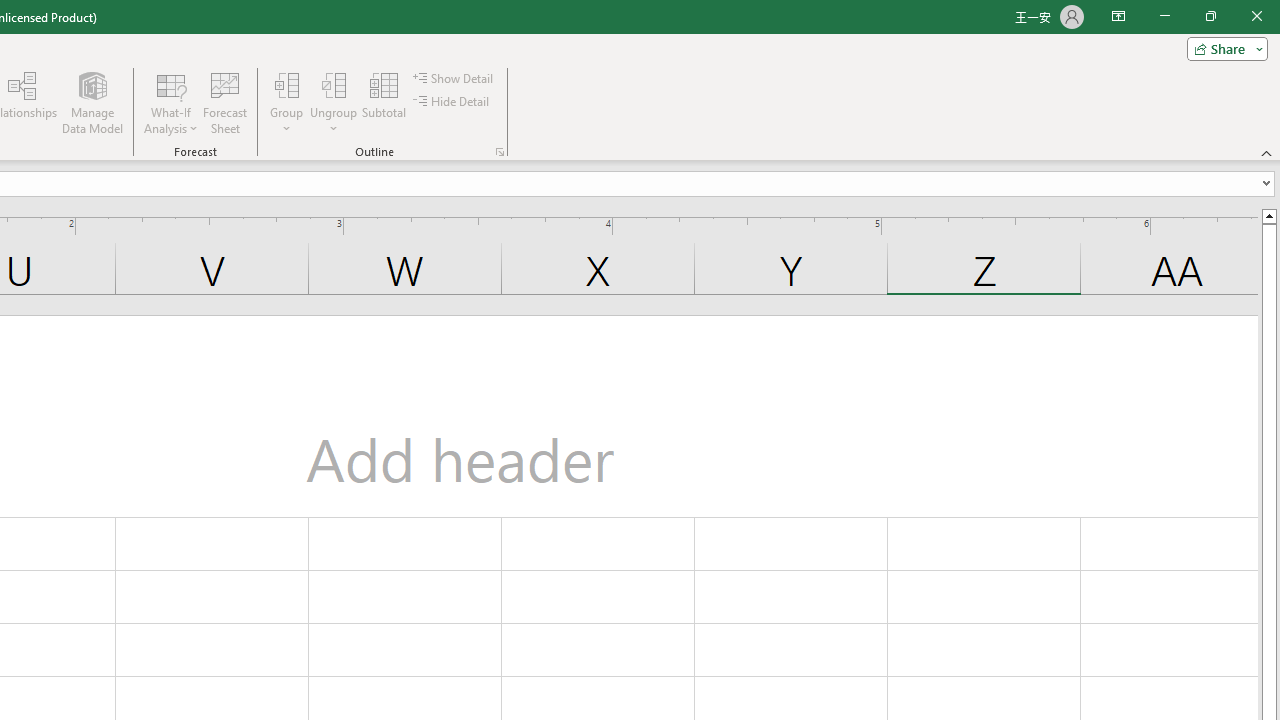 The width and height of the screenshot is (1280, 720). What do you see at coordinates (334, 84) in the screenshot?
I see `'Ungroup...'` at bounding box center [334, 84].